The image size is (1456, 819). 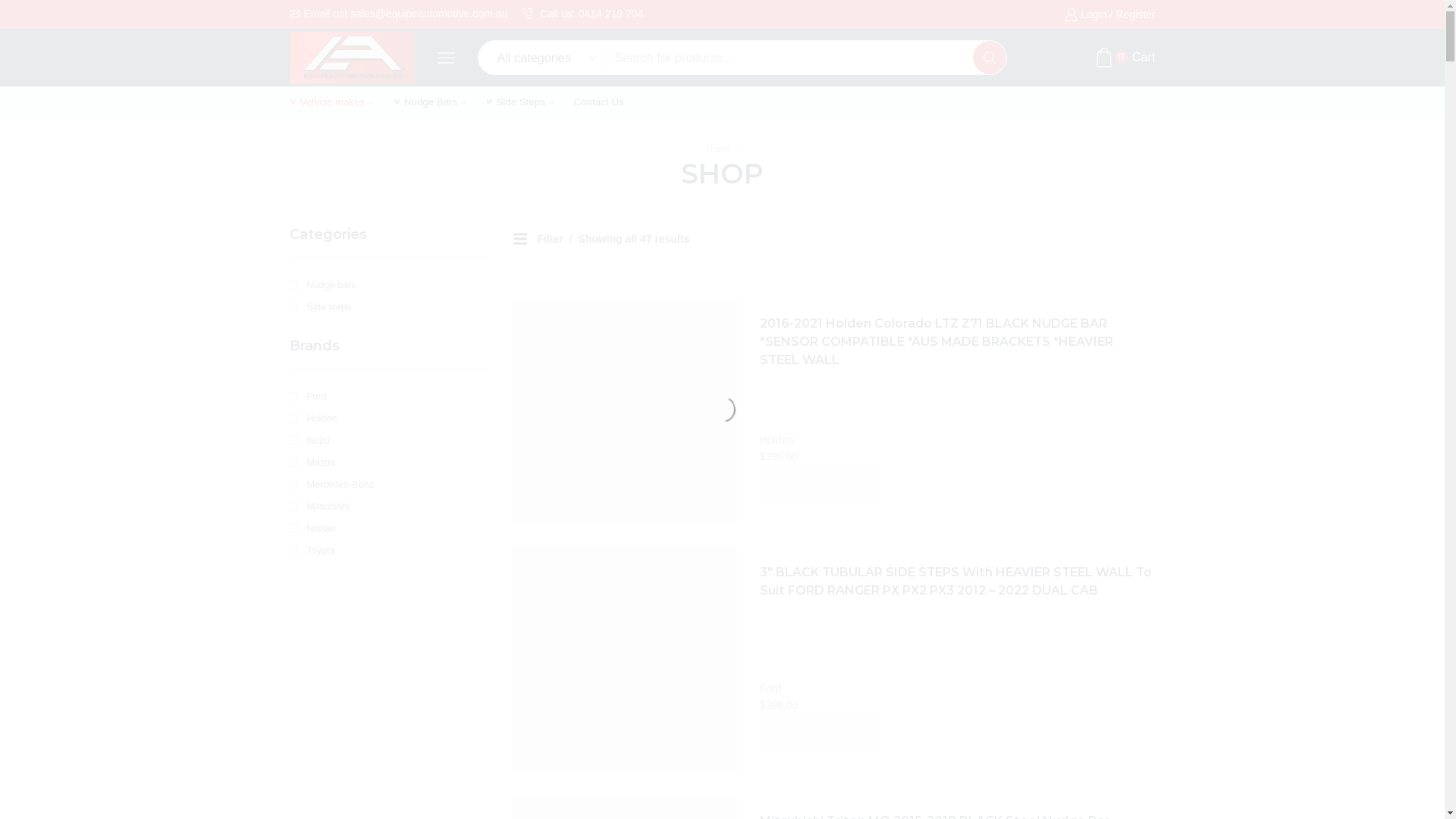 What do you see at coordinates (582, 14) in the screenshot?
I see `' Call us: 0414 219 704'` at bounding box center [582, 14].